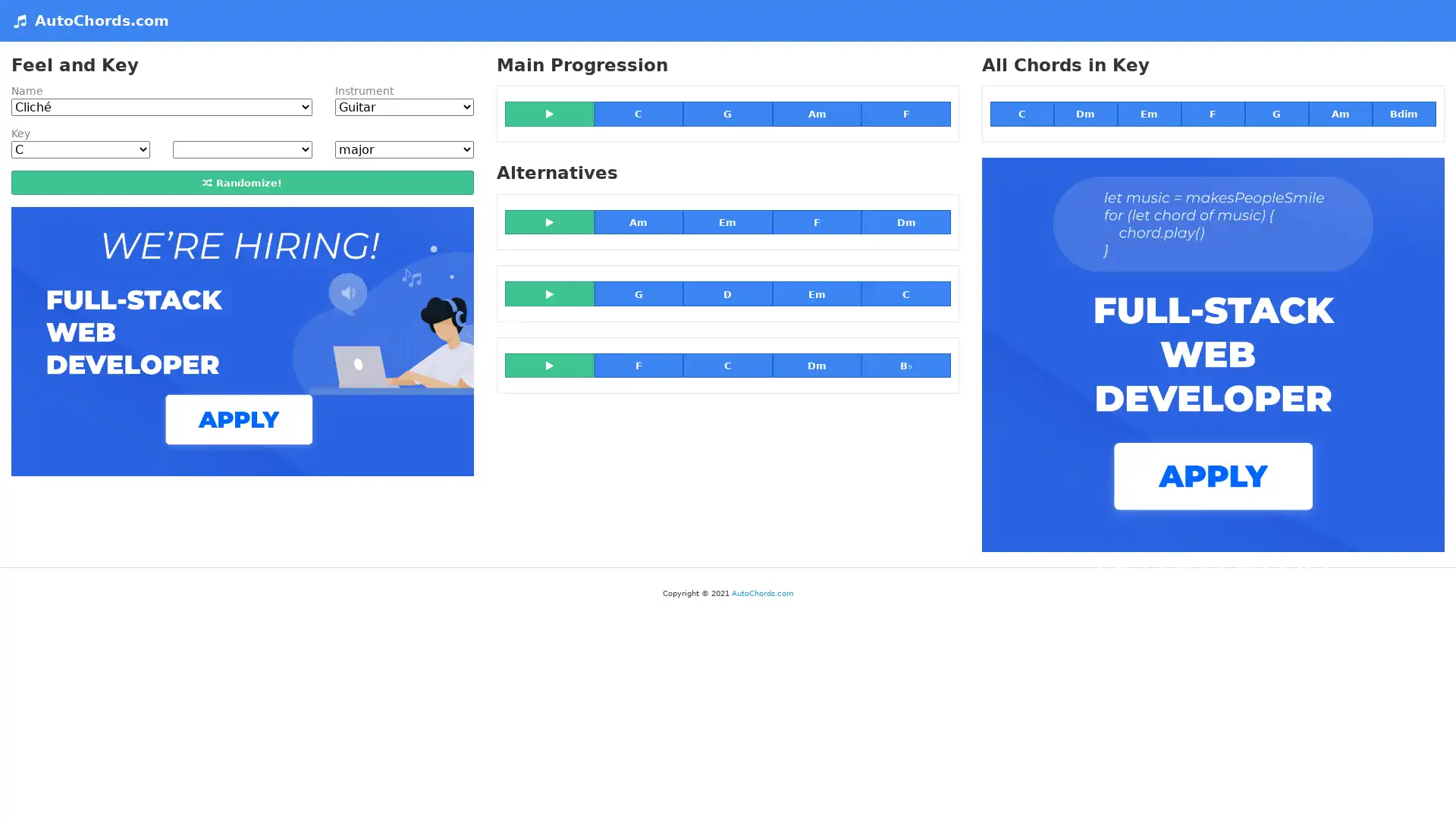 The image size is (1456, 819). Describe the element at coordinates (1339, 113) in the screenshot. I see `Am` at that location.